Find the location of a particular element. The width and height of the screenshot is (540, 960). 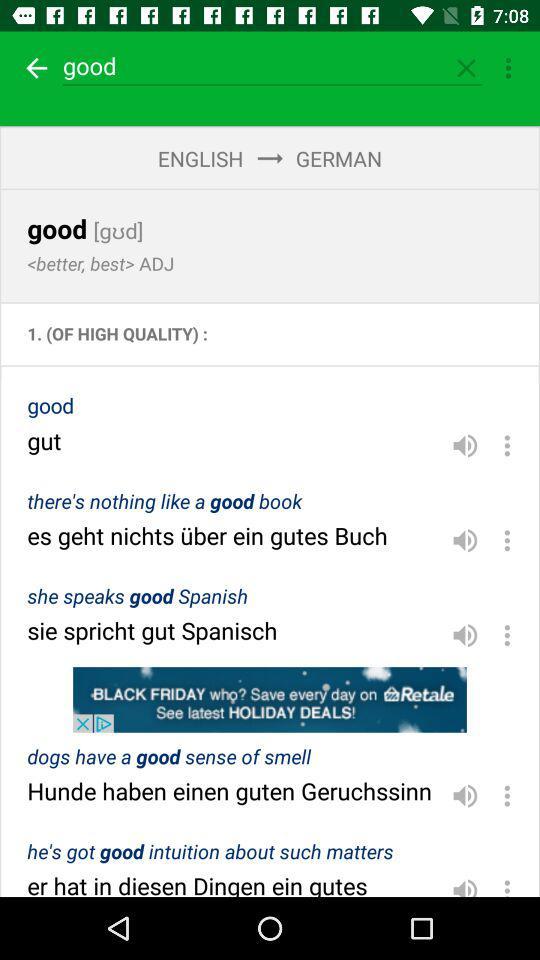

volume is located at coordinates (465, 539).